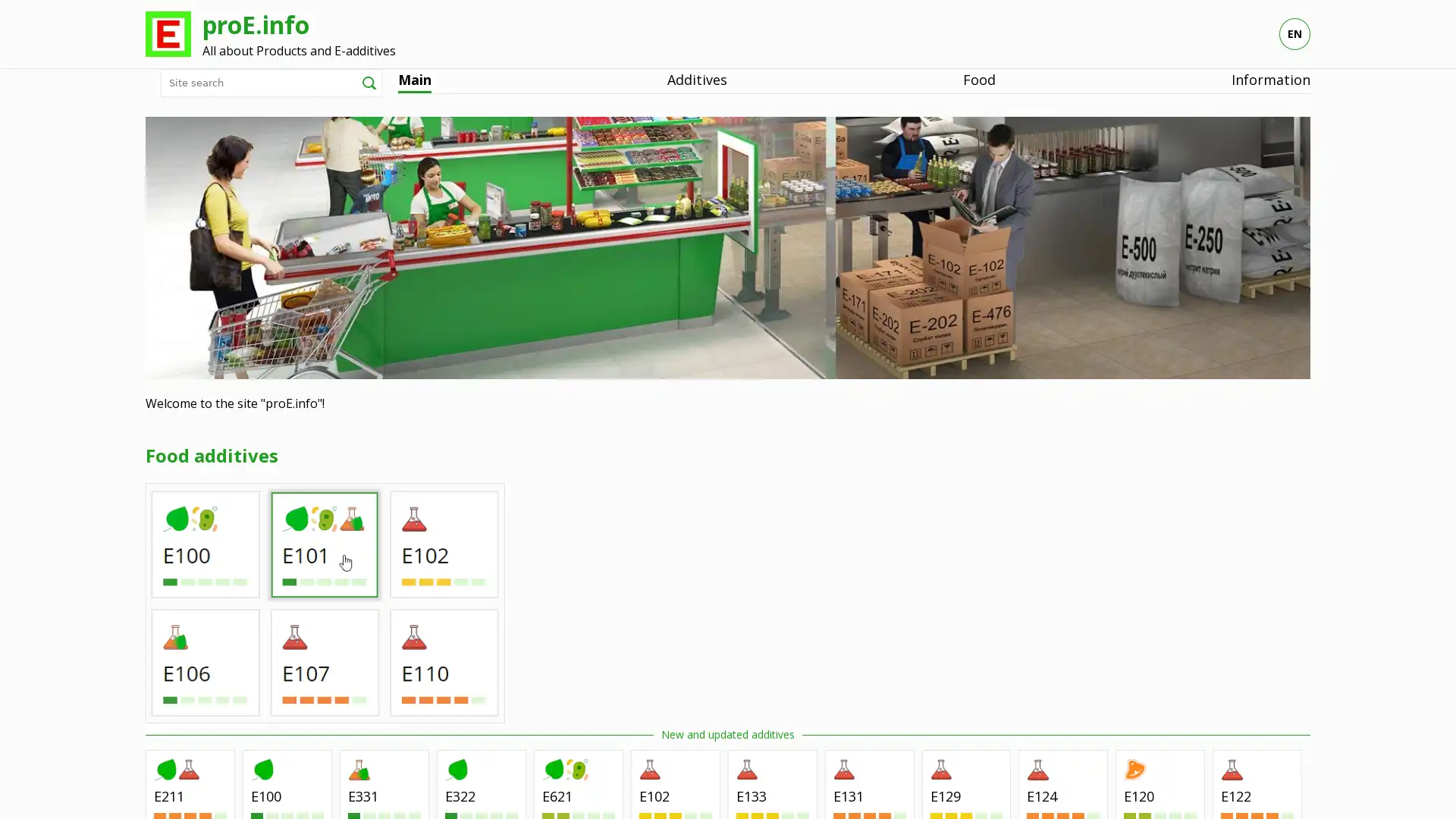 The width and height of the screenshot is (1456, 819). Describe the element at coordinates (369, 82) in the screenshot. I see `Apply` at that location.